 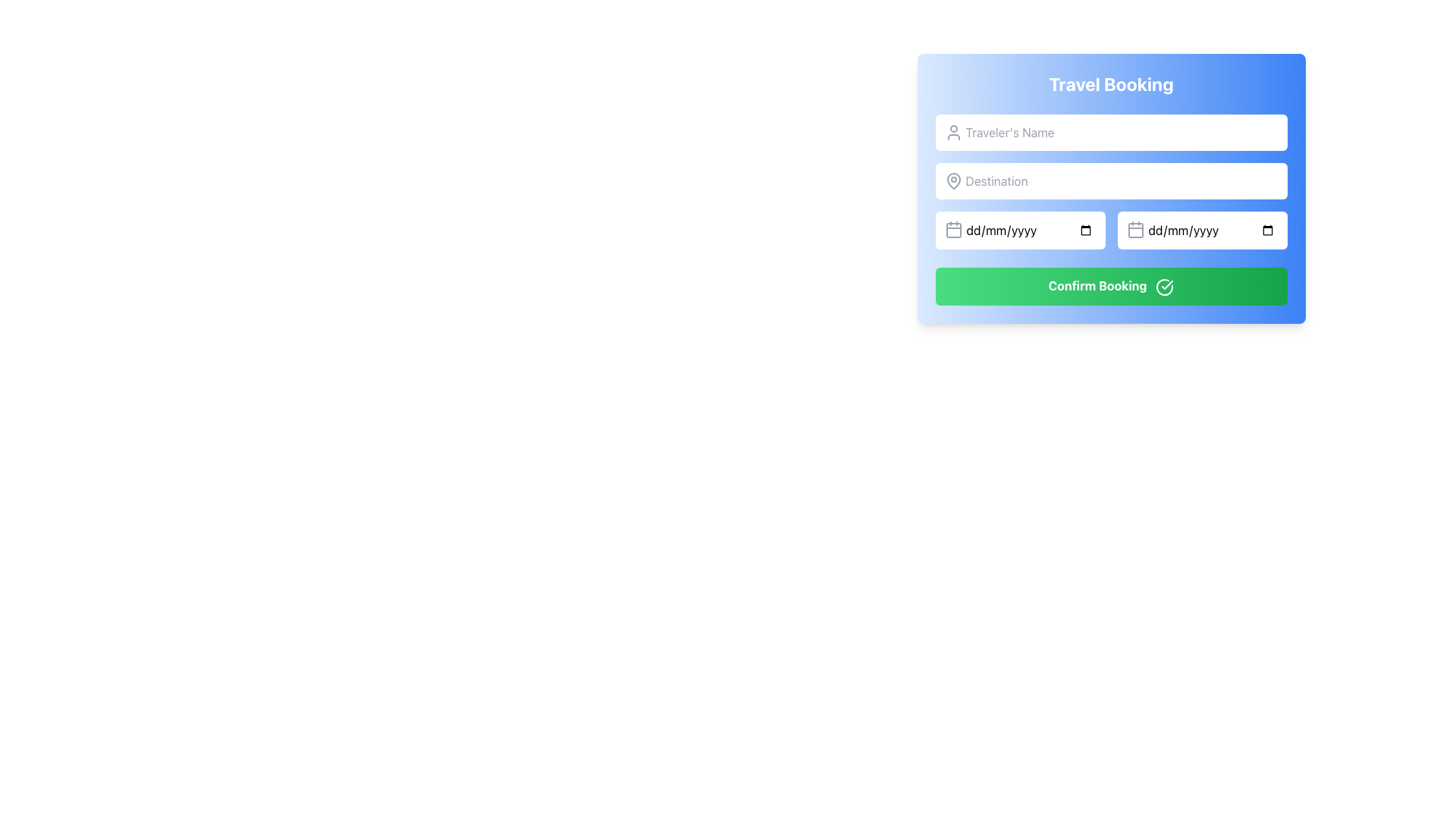 I want to click on the calendar icon located to the left of the second date input field in the form, so click(x=1135, y=230).